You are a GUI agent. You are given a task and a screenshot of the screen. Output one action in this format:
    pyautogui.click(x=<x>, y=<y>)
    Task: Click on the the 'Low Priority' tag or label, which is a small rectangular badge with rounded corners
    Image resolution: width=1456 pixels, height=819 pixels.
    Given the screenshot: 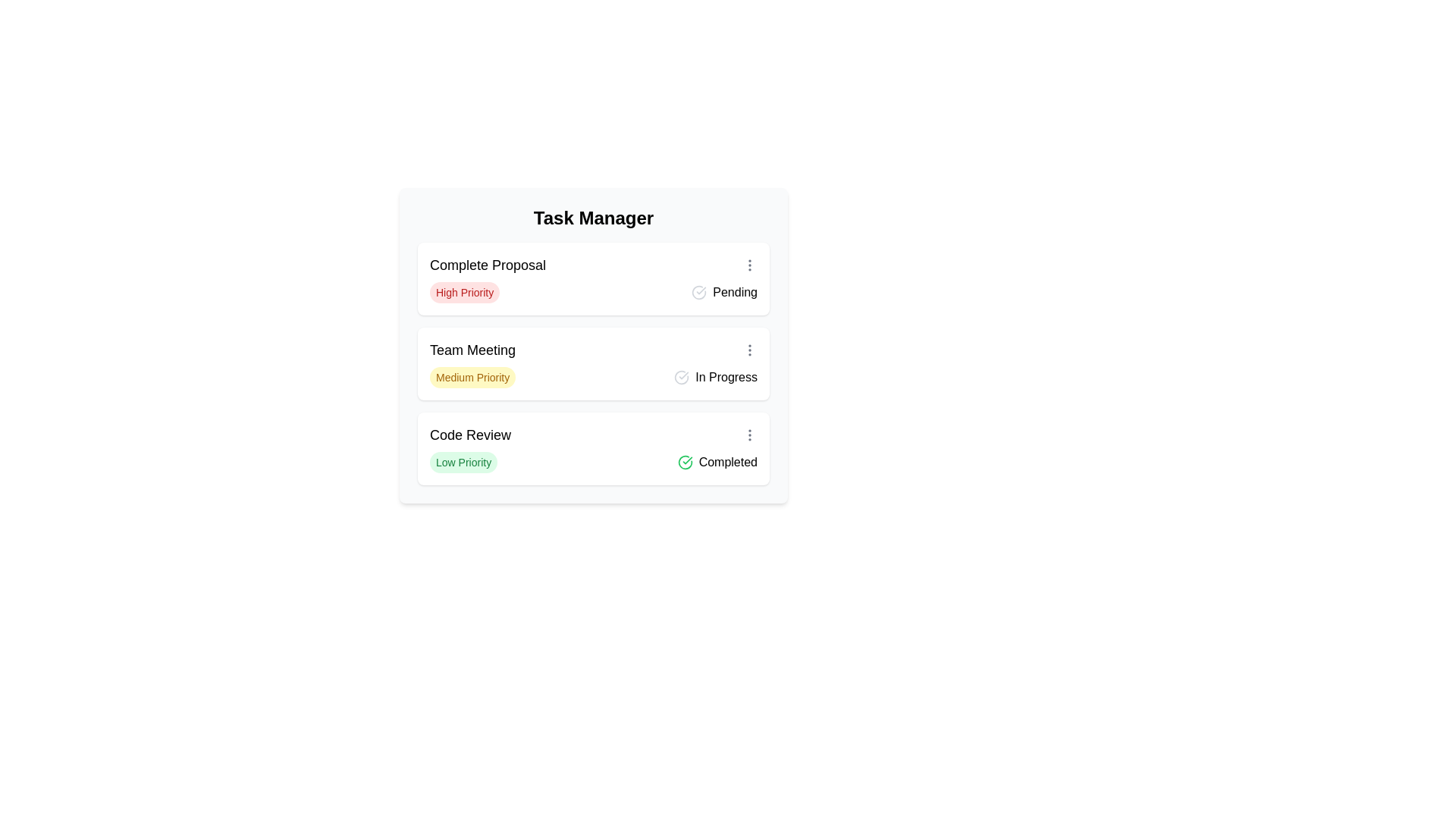 What is the action you would take?
    pyautogui.click(x=463, y=461)
    